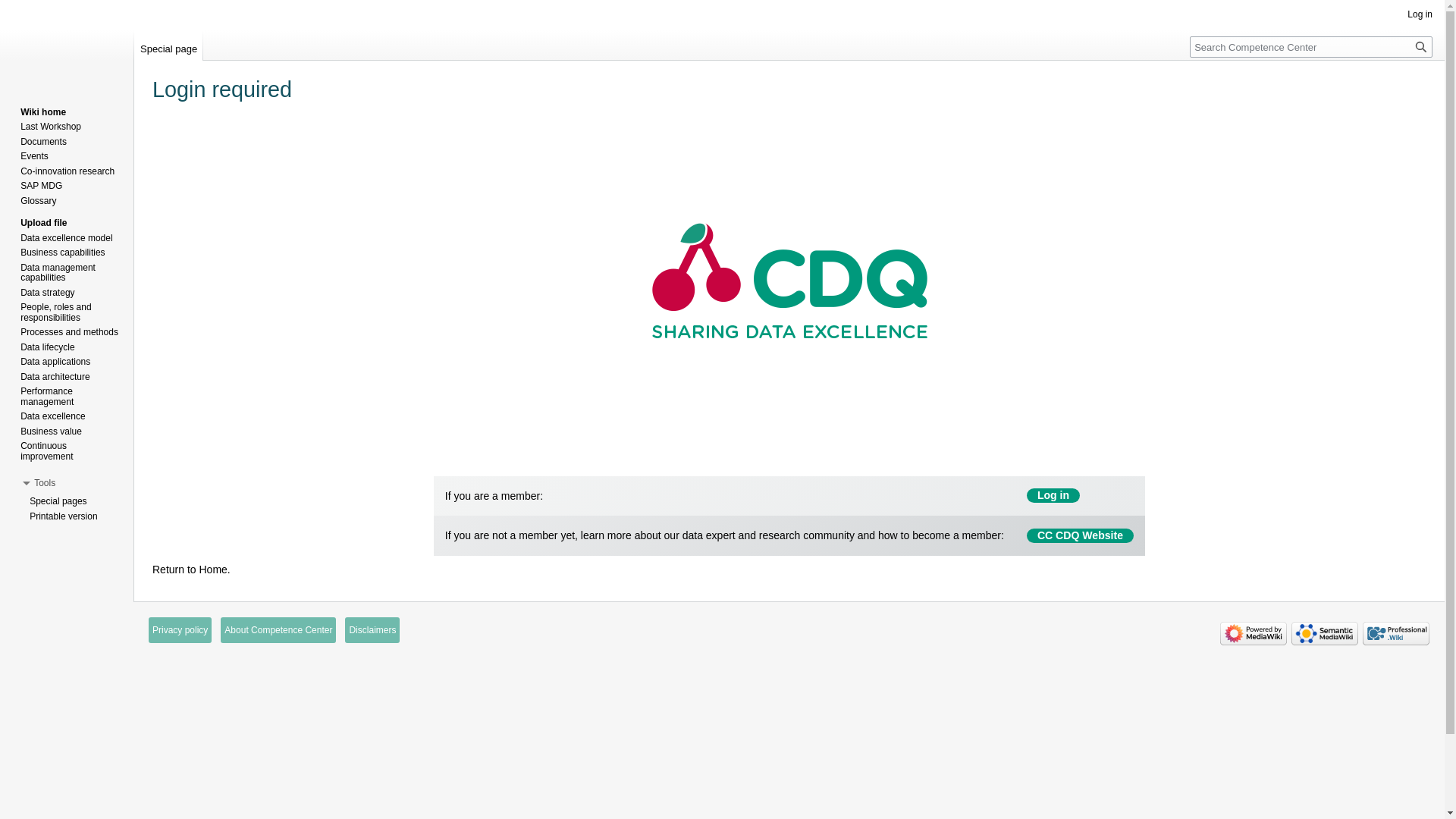 The image size is (1456, 819). What do you see at coordinates (43, 222) in the screenshot?
I see `'Upload file'` at bounding box center [43, 222].